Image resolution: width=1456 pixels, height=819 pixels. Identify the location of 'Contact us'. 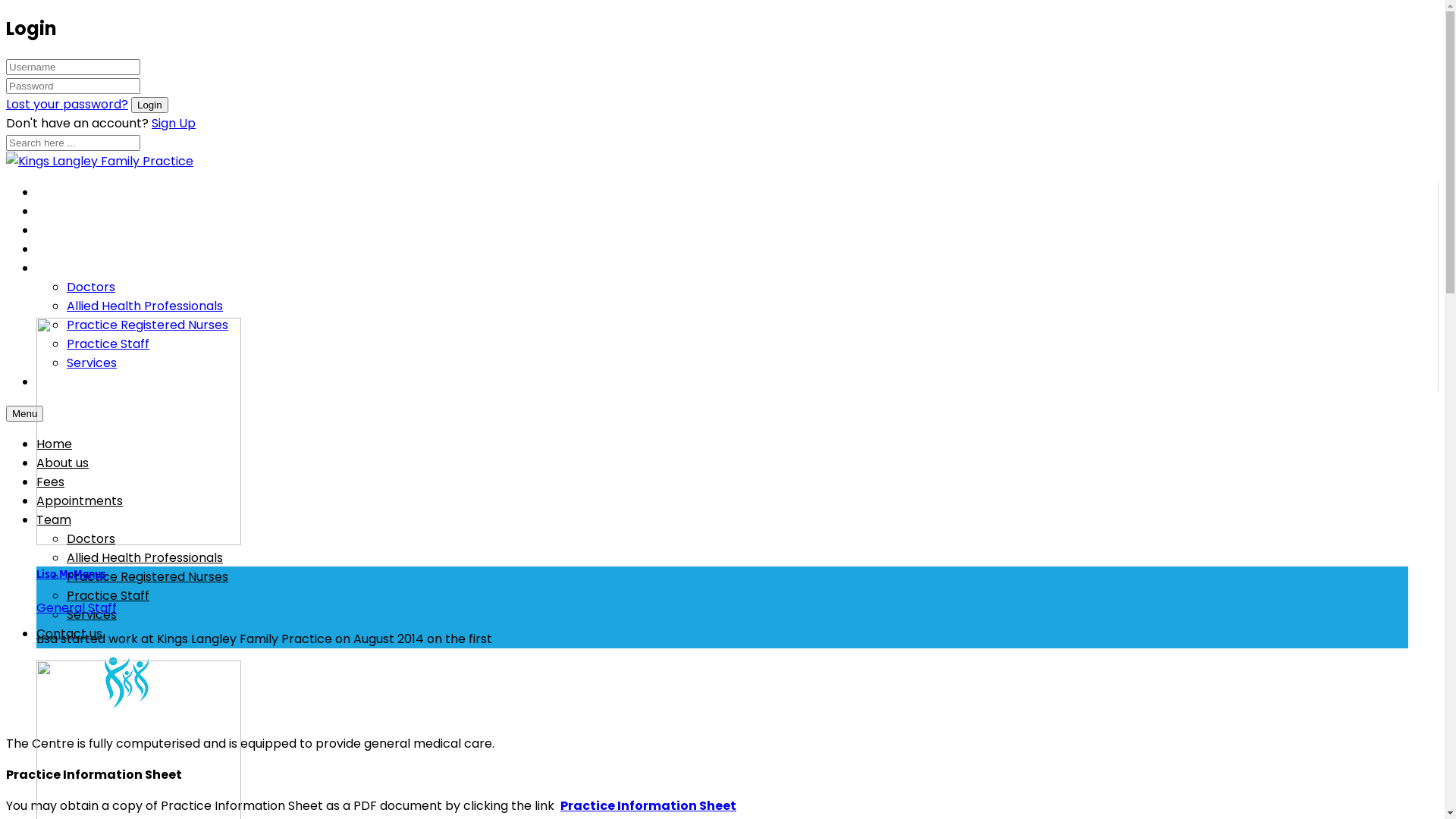
(68, 633).